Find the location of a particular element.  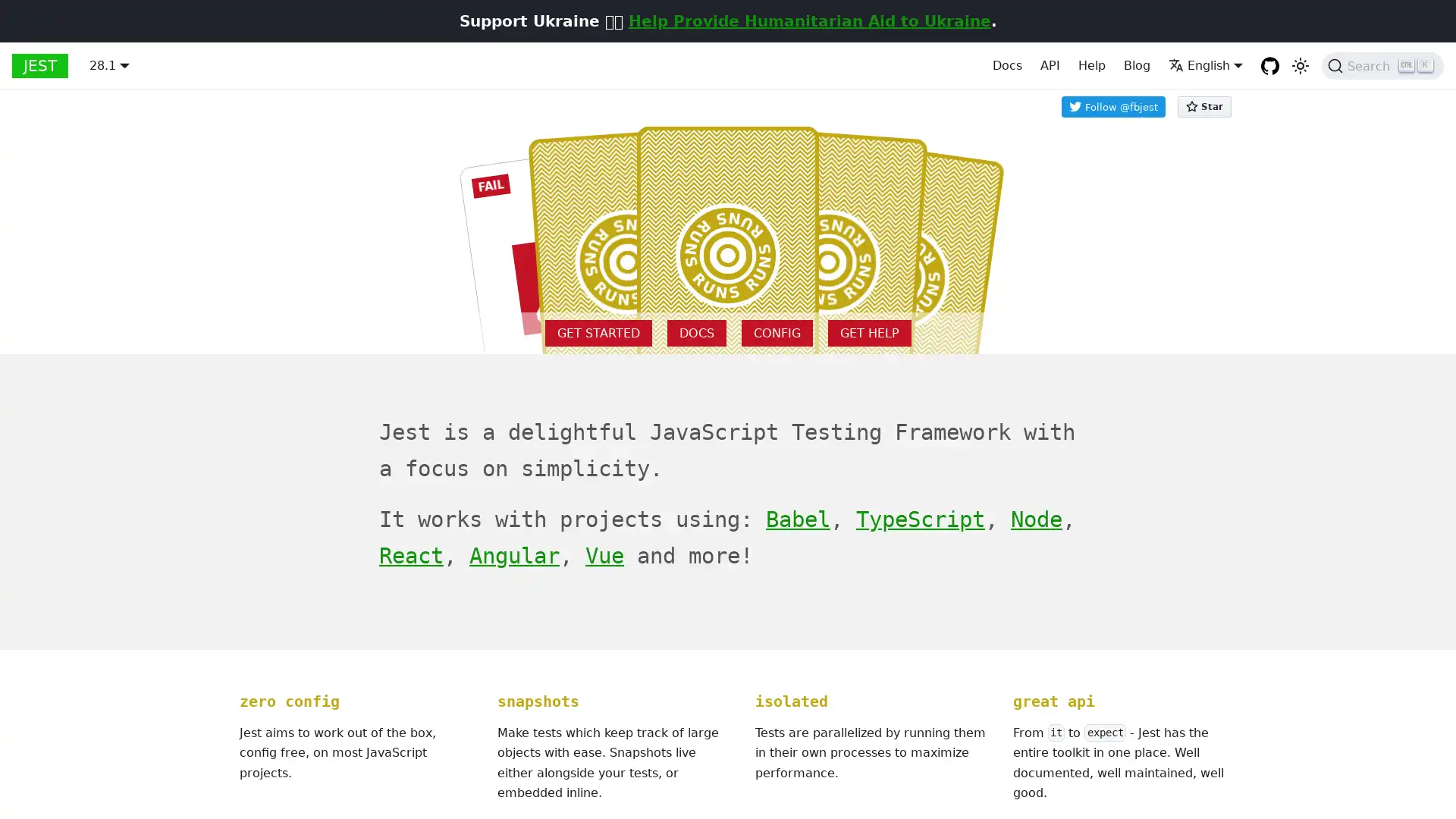

Switch between dark and light mode (currently light mode) is located at coordinates (1299, 65).